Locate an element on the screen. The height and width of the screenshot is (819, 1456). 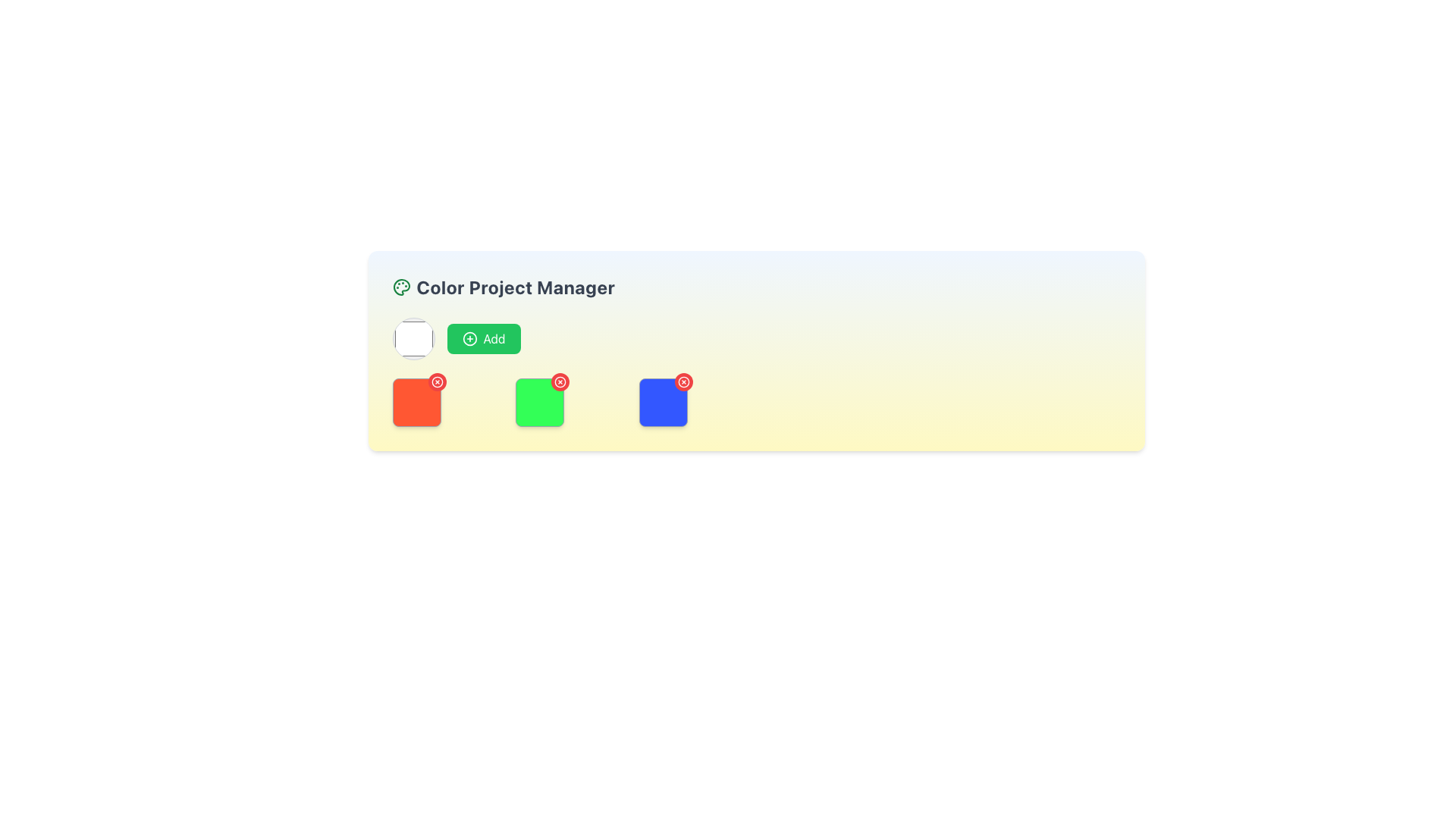
the interactive red circular close button with a white 'X' icon located at the top-right corner of the green selectable color box component is located at coordinates (540, 402).